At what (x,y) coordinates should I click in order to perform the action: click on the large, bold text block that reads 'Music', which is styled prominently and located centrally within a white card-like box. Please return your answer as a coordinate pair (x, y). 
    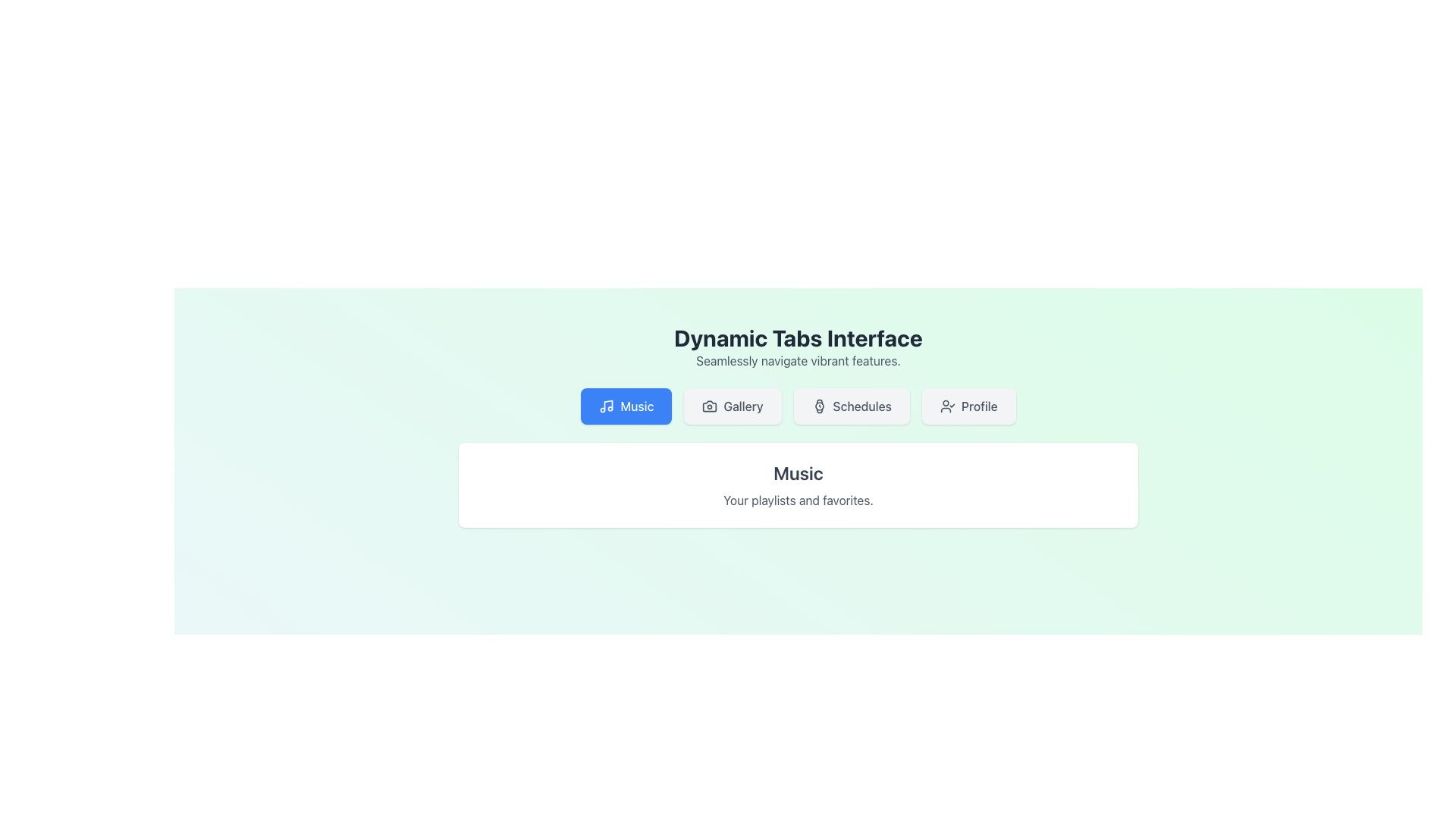
    Looking at the image, I should click on (797, 472).